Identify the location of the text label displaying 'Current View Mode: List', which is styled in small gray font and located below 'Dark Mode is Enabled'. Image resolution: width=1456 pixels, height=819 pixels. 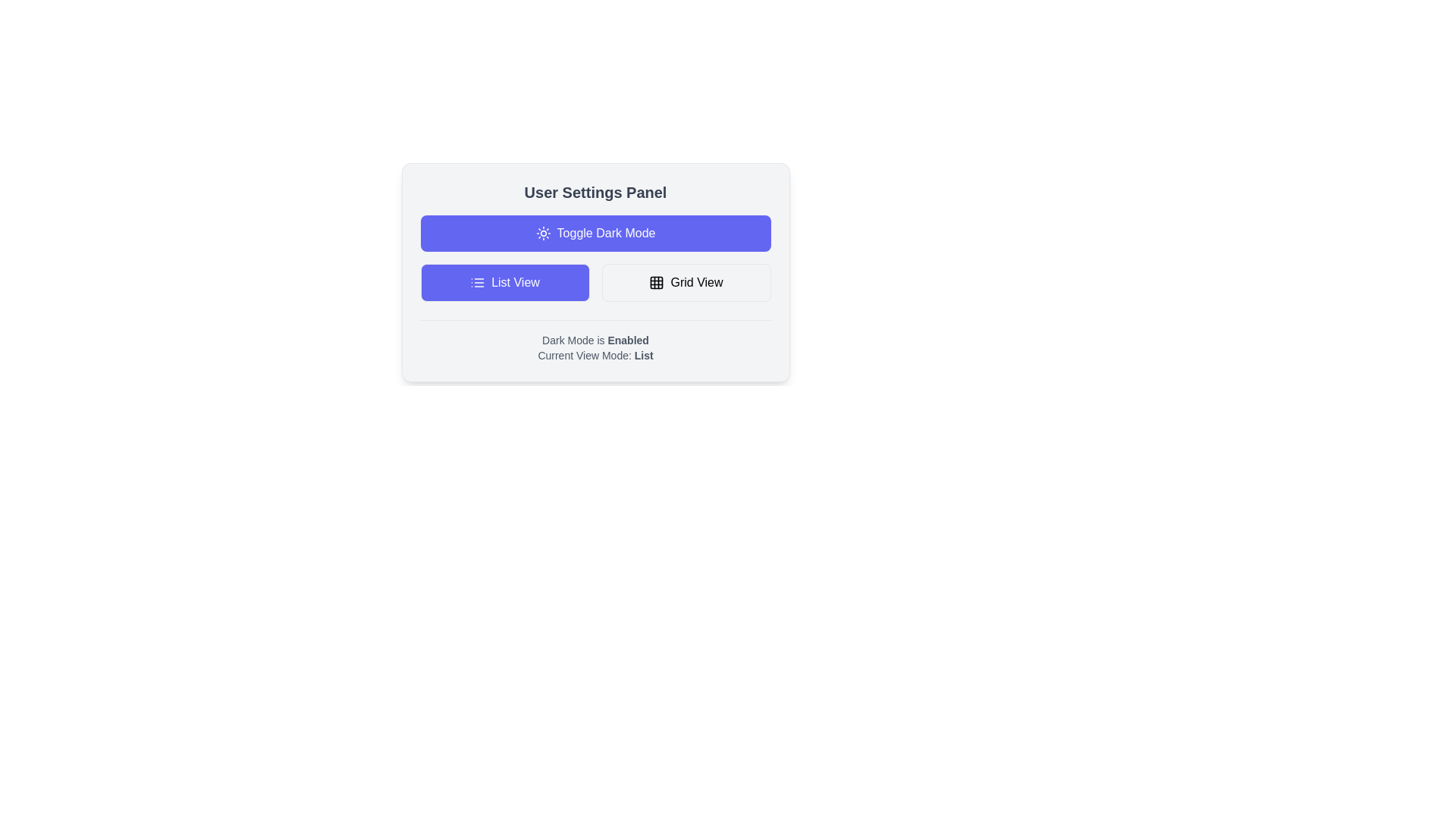
(595, 356).